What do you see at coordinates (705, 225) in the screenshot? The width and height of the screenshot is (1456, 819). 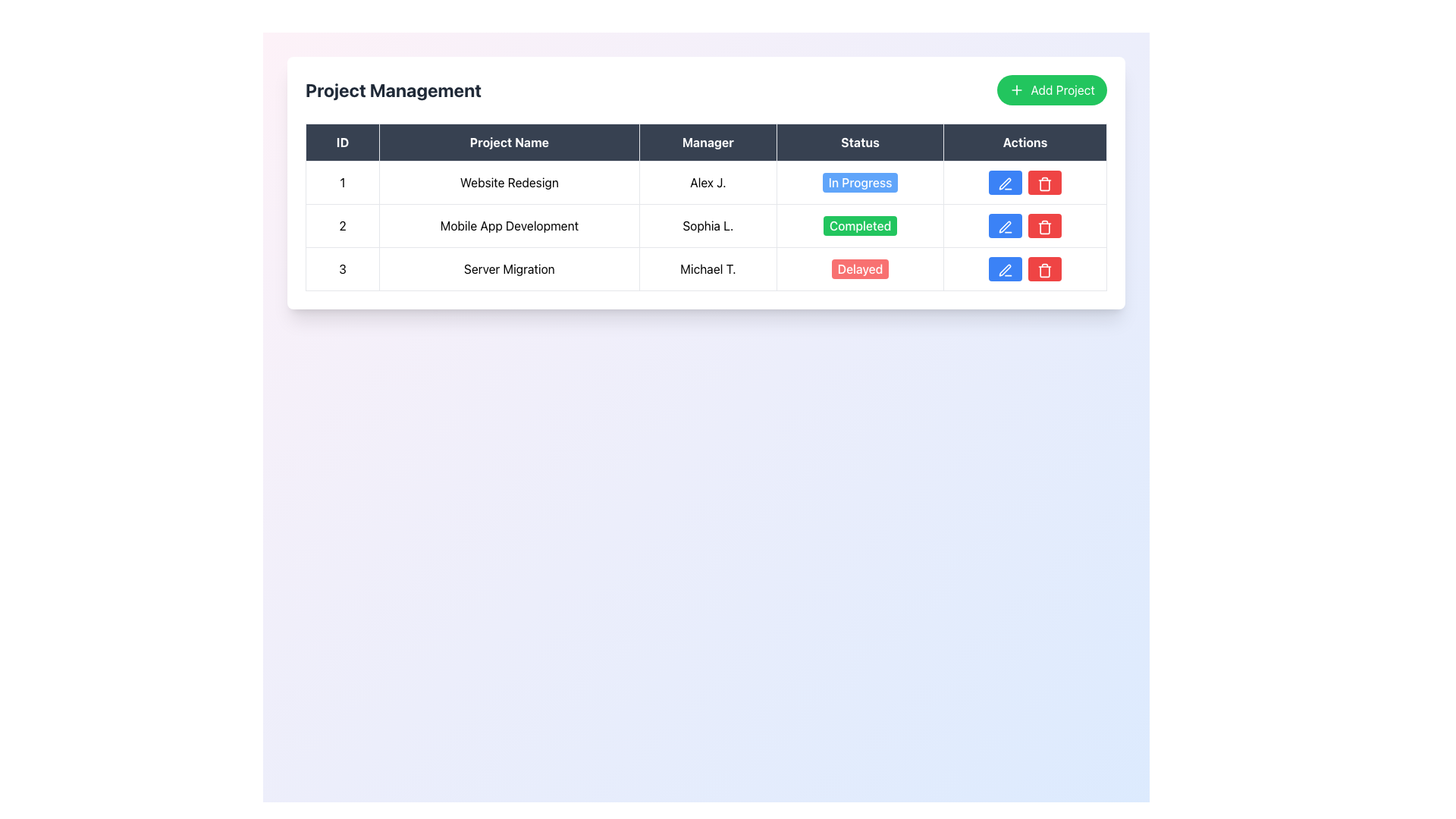 I see `the specific cell within the table row for the project entry titled 'Mobile App Development', which is located at the center coordinates provided` at bounding box center [705, 225].